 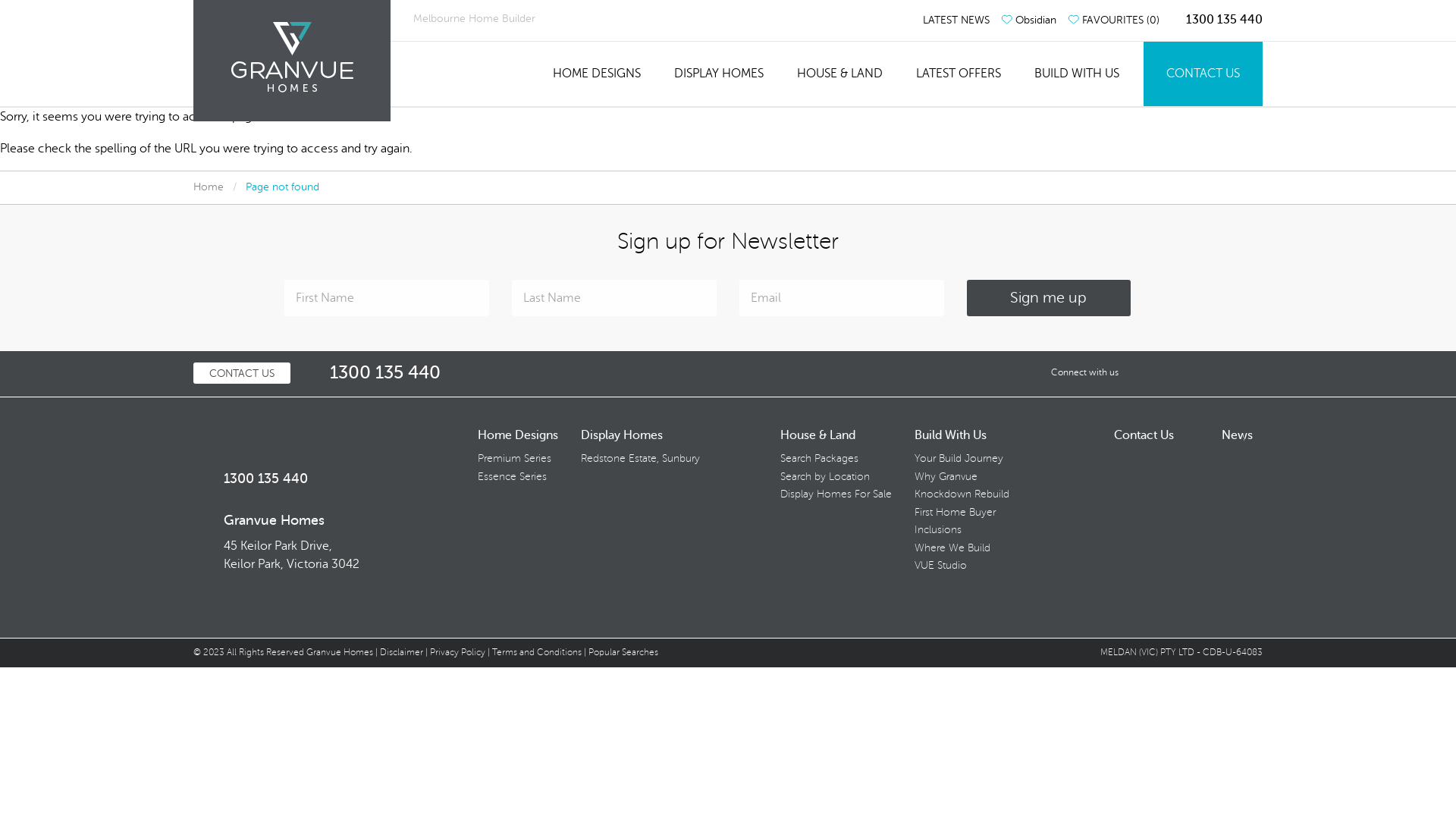 What do you see at coordinates (596, 74) in the screenshot?
I see `'HOME DESIGNS'` at bounding box center [596, 74].